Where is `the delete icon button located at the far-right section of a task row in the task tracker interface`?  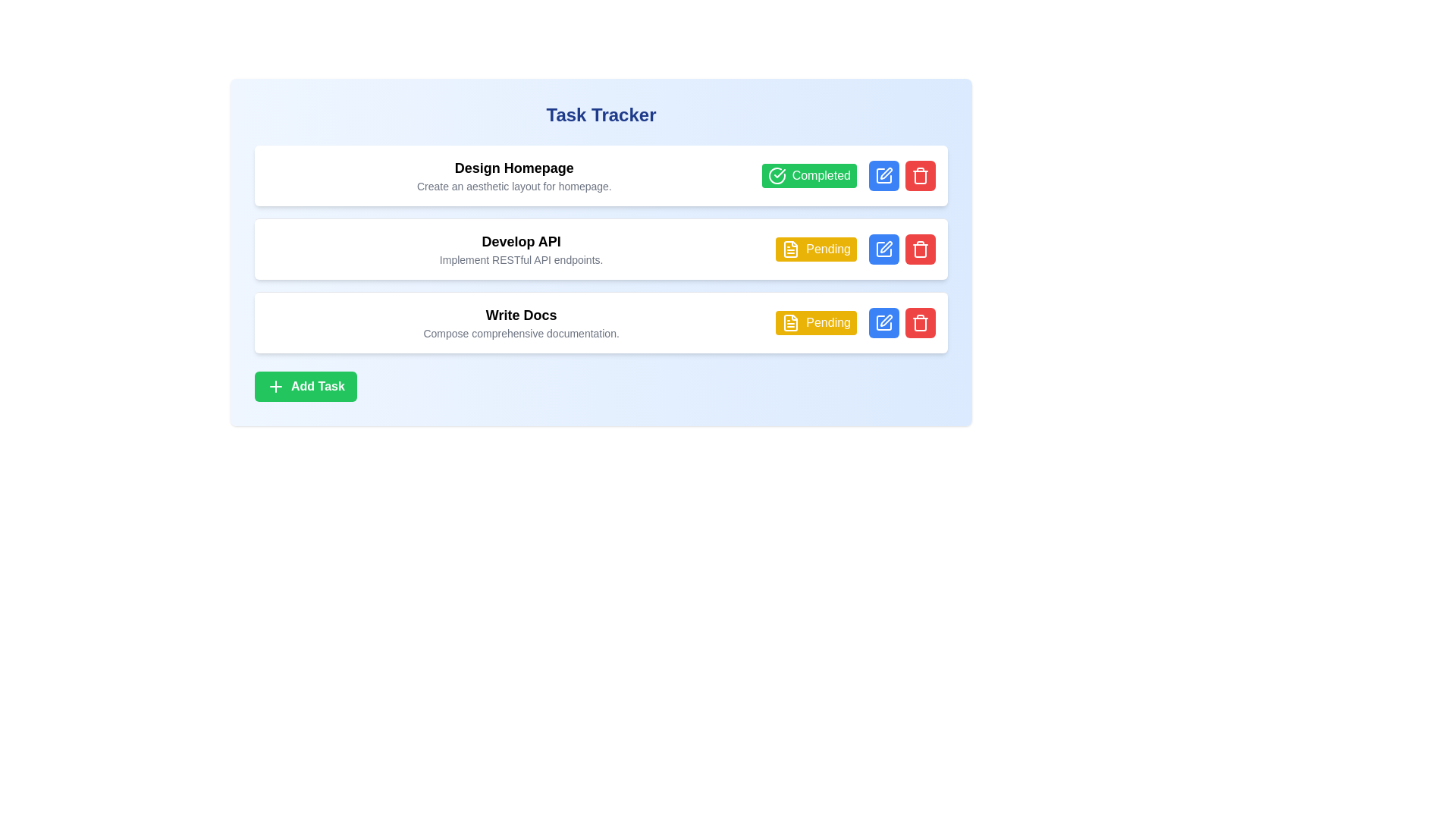
the delete icon button located at the far-right section of a task row in the task tracker interface is located at coordinates (920, 248).